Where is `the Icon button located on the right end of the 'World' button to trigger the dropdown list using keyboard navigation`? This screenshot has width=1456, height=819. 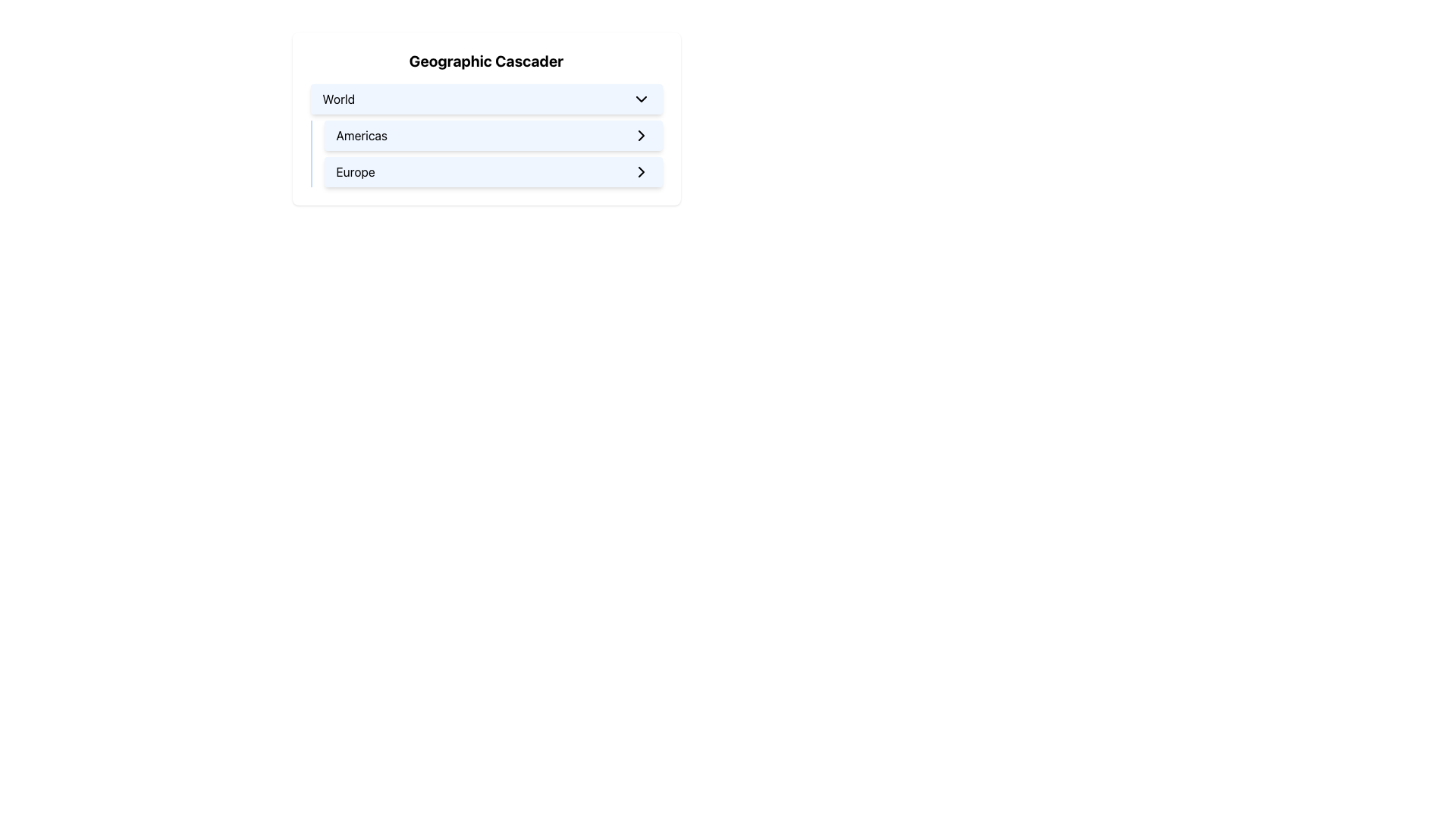
the Icon button located on the right end of the 'World' button to trigger the dropdown list using keyboard navigation is located at coordinates (641, 99).